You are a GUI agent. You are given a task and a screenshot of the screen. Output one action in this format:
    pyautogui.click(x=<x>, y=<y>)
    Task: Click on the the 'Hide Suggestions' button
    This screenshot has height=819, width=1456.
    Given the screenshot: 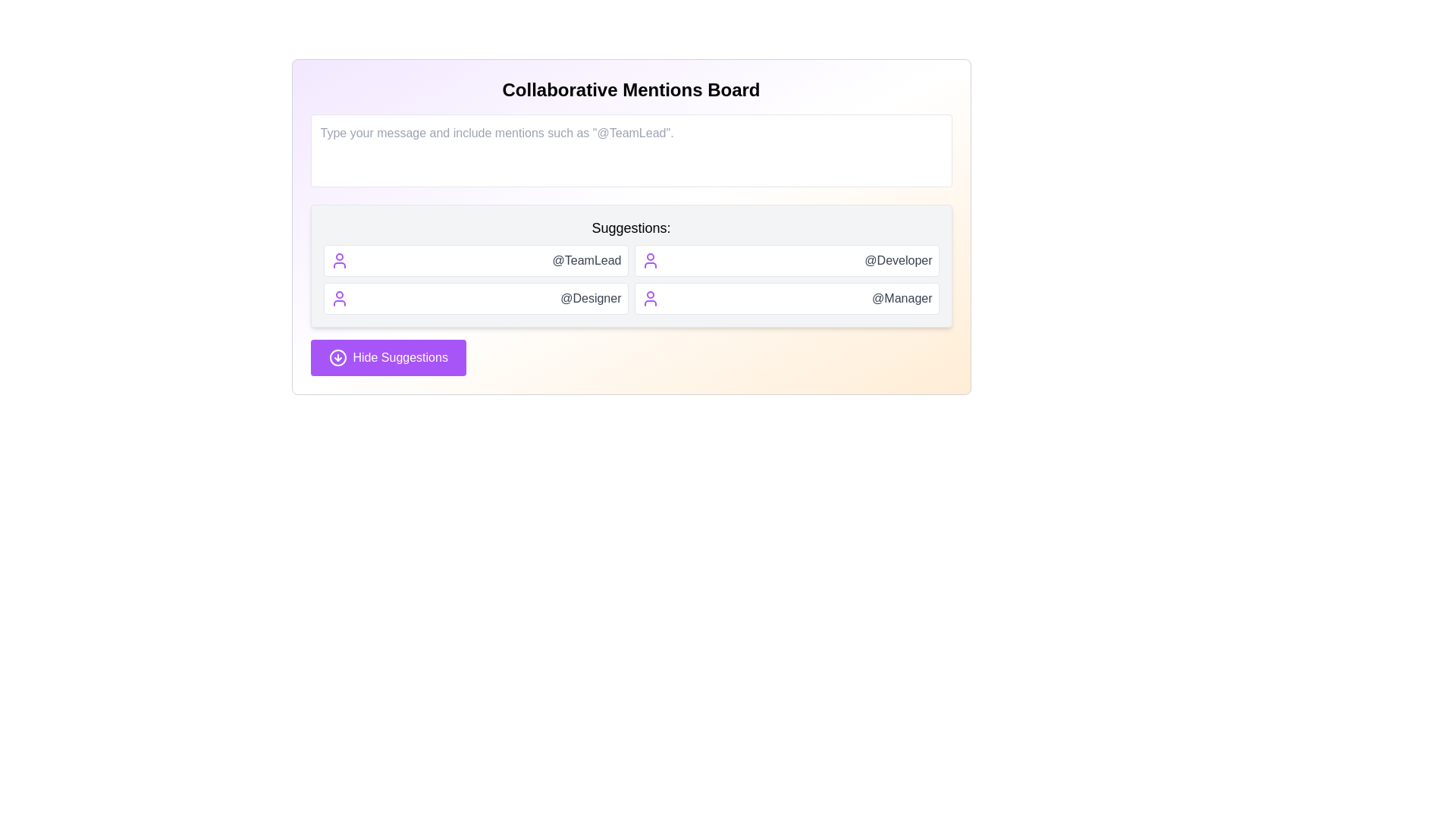 What is the action you would take?
    pyautogui.click(x=337, y=357)
    